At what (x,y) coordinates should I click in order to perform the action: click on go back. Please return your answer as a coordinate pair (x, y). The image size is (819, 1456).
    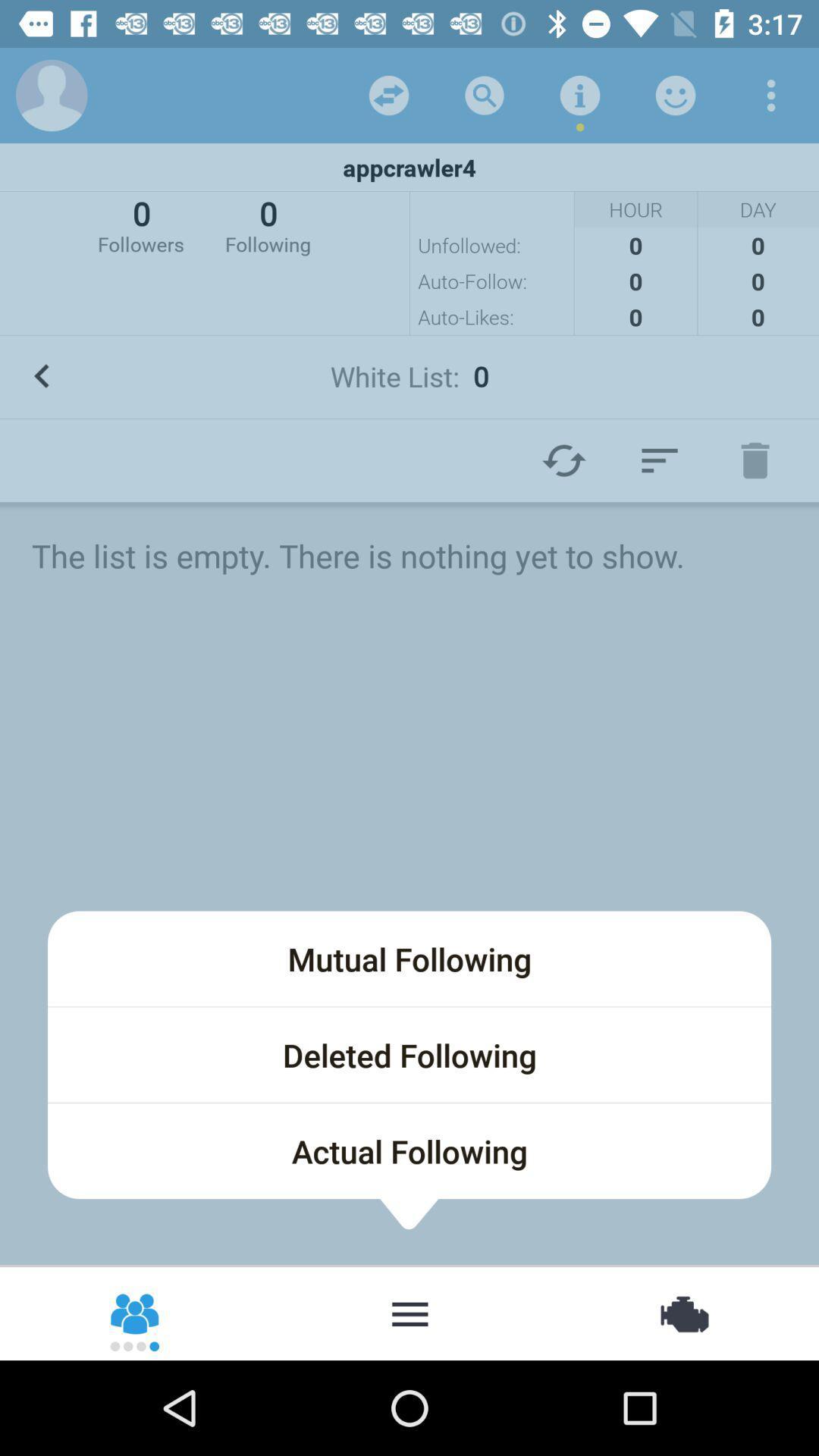
    Looking at the image, I should click on (41, 376).